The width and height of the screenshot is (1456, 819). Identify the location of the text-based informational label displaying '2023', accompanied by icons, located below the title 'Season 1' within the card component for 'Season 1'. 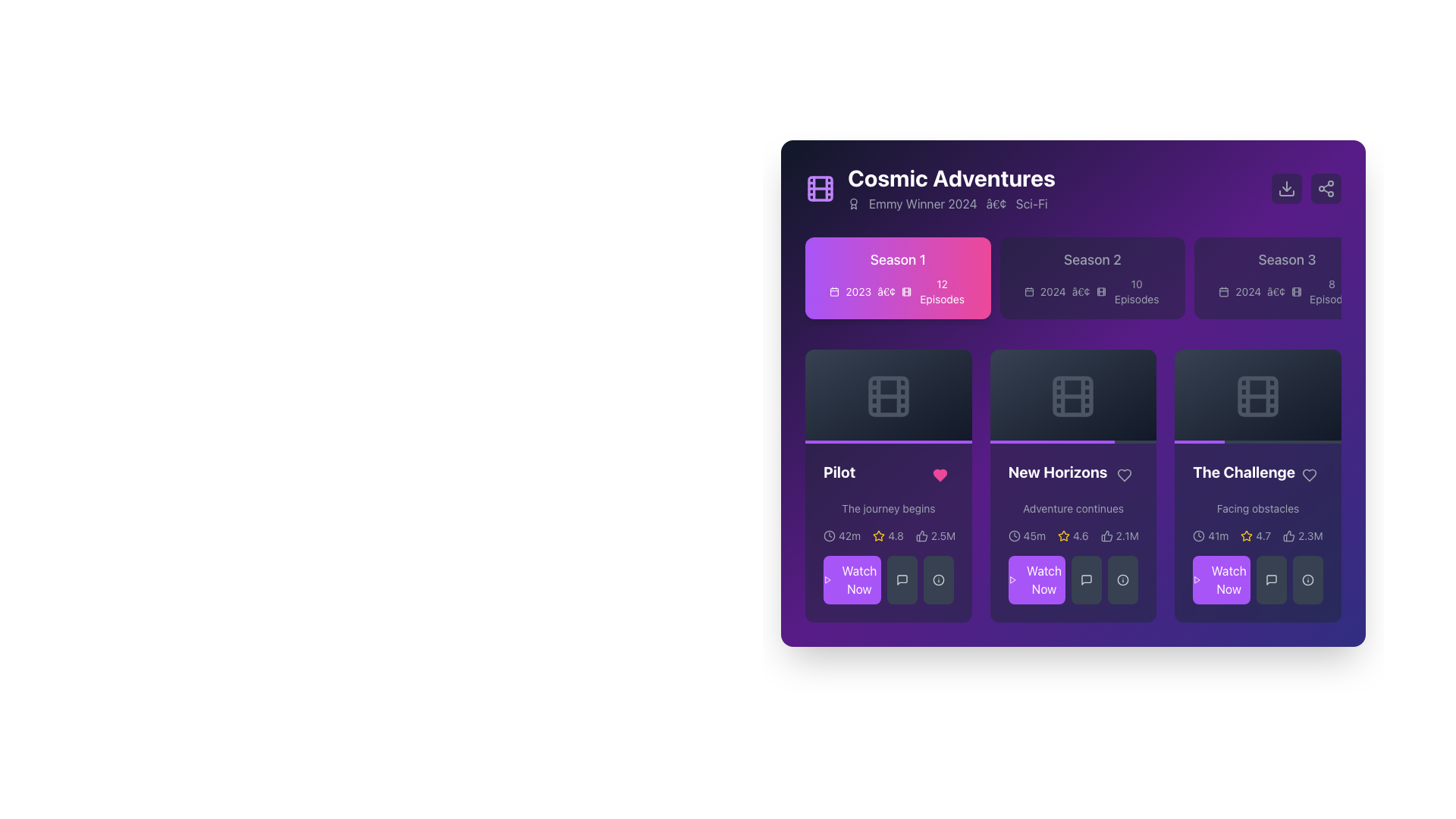
(898, 292).